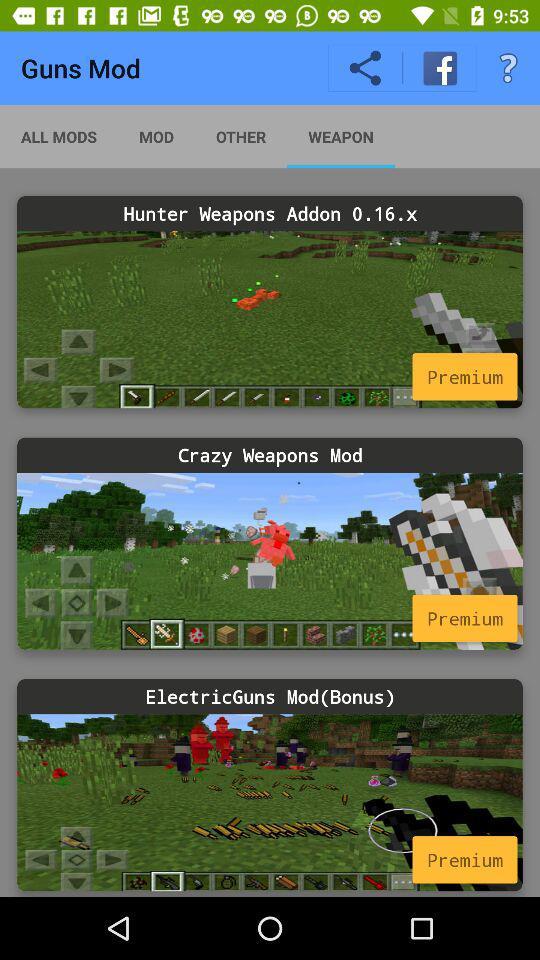 The image size is (540, 960). What do you see at coordinates (270, 802) in the screenshot?
I see `mod` at bounding box center [270, 802].